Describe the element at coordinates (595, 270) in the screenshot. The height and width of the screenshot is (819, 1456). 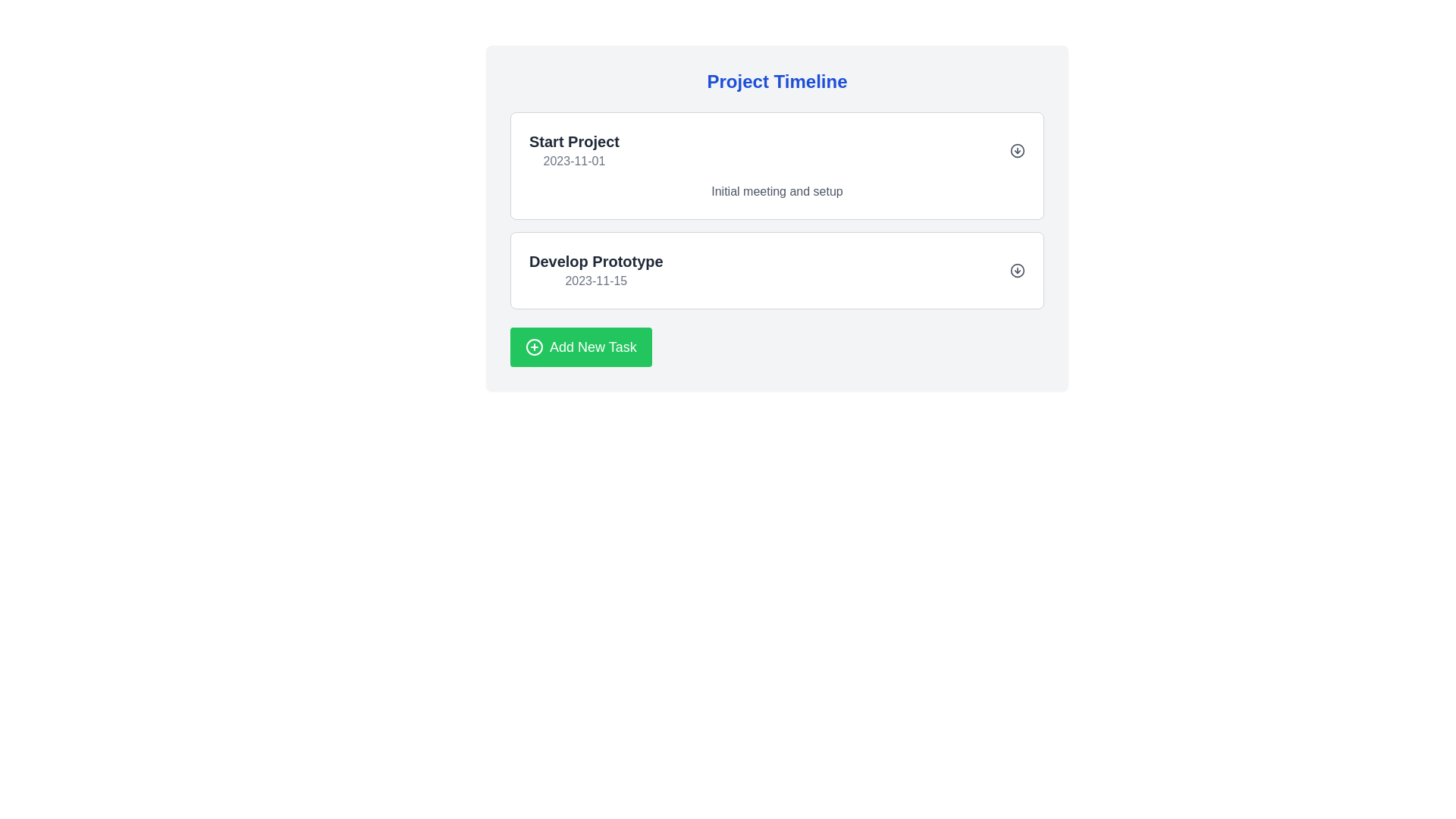
I see `task name 'Develop Prototype' and its corresponding deadline '2023-11-15' from the text display located in the right half of the second section of the vertically stacked card layout` at that location.